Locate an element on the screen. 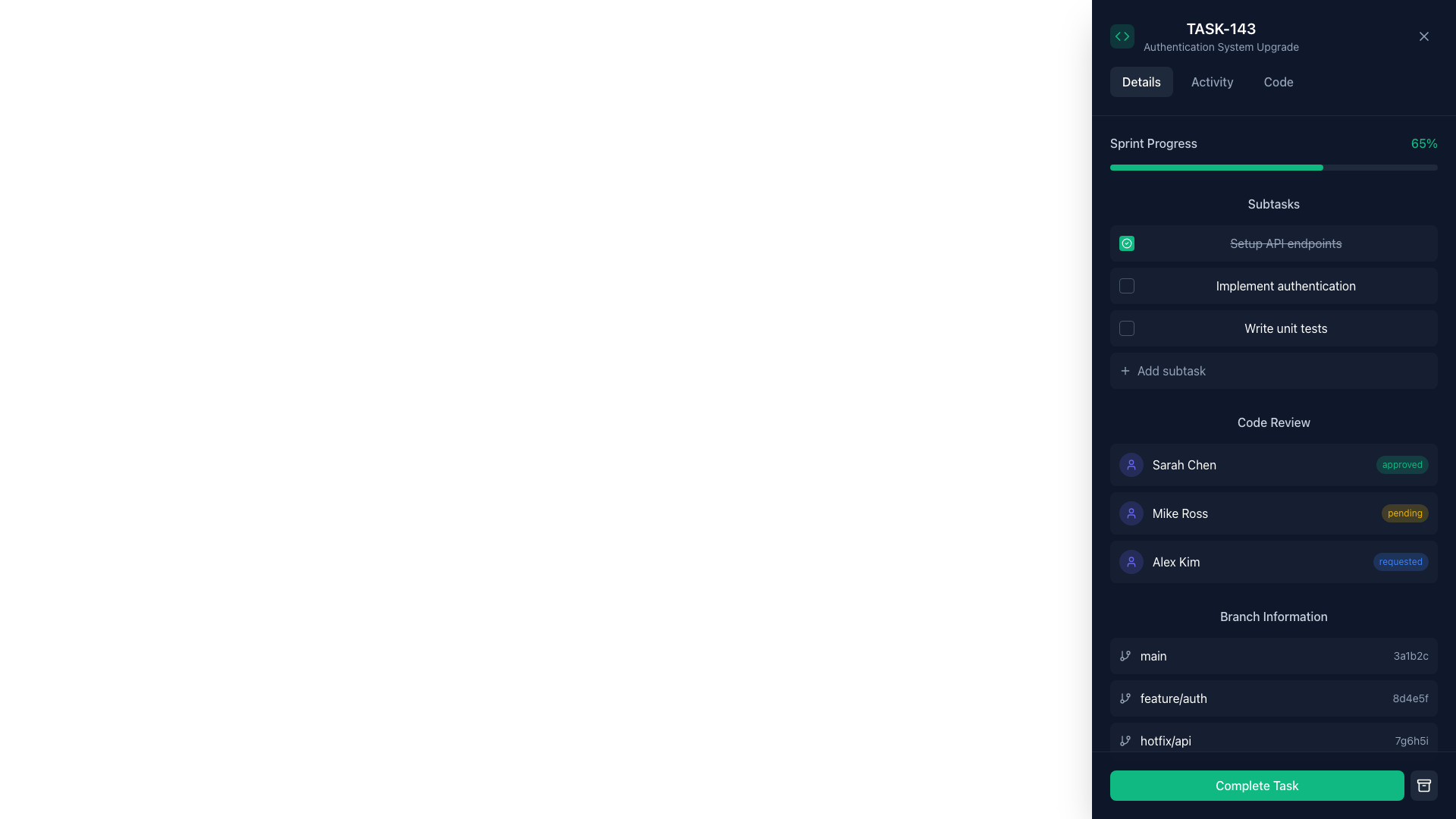 The height and width of the screenshot is (819, 1456). the user avatar and text label element displaying 'Sarah Chen' in the 'Code Review' section, which is the first item in a vertical list is located at coordinates (1167, 464).